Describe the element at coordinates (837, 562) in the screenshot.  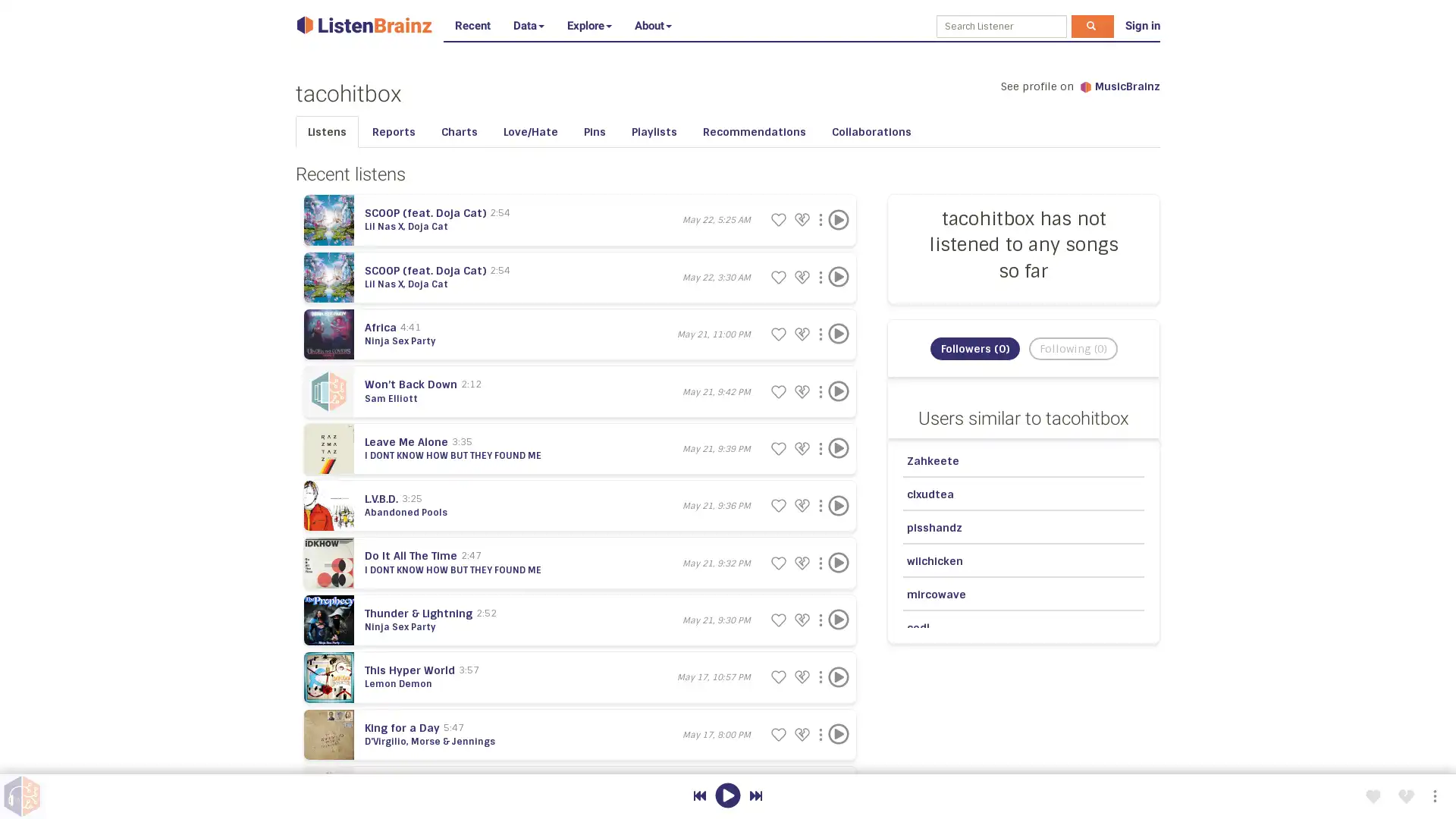
I see `Play` at that location.